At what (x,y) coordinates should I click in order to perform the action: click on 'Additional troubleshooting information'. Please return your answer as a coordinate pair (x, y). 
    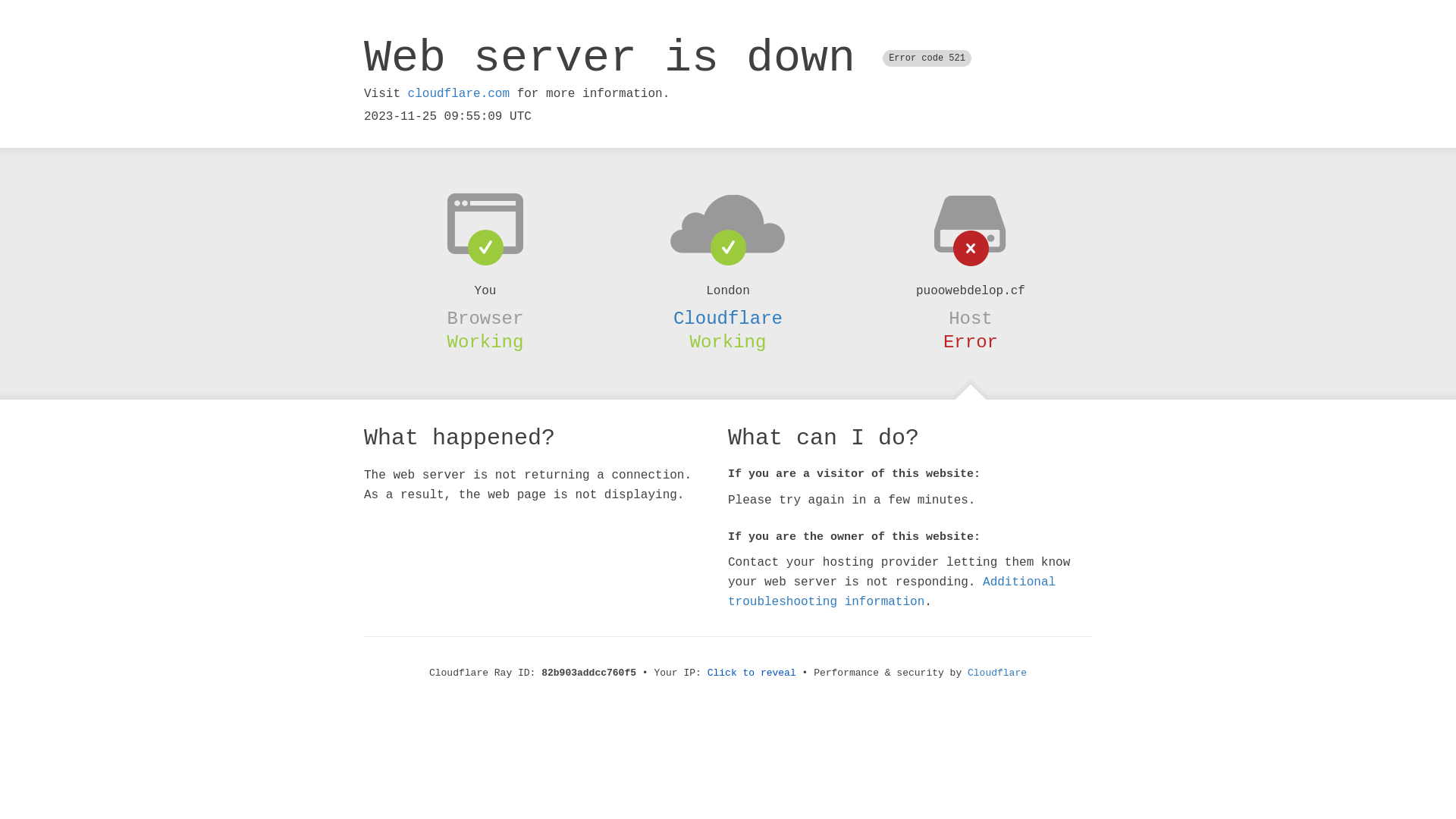
    Looking at the image, I should click on (892, 591).